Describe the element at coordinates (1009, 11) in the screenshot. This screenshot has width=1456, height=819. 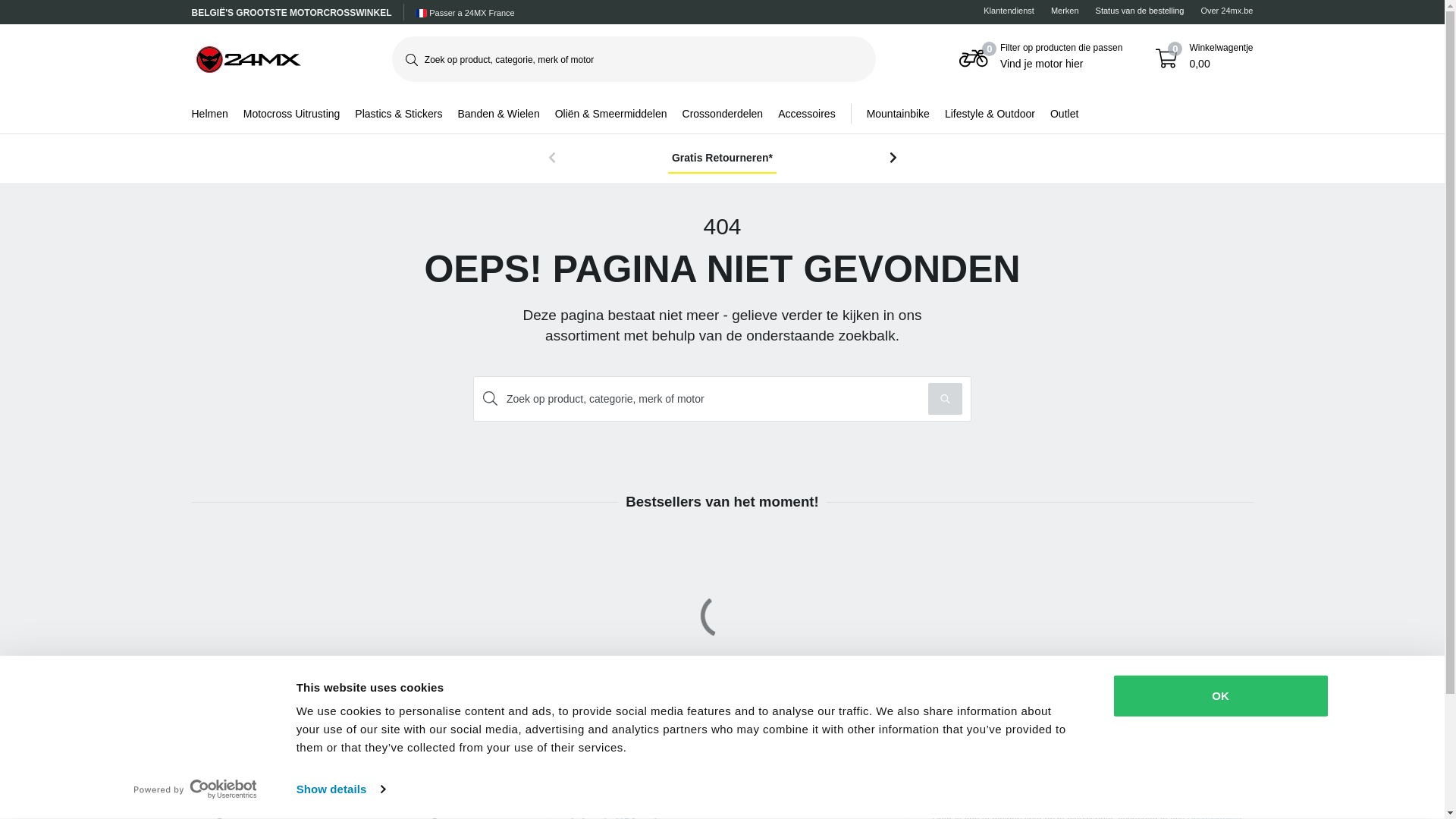
I see `'Klantendienst'` at that location.